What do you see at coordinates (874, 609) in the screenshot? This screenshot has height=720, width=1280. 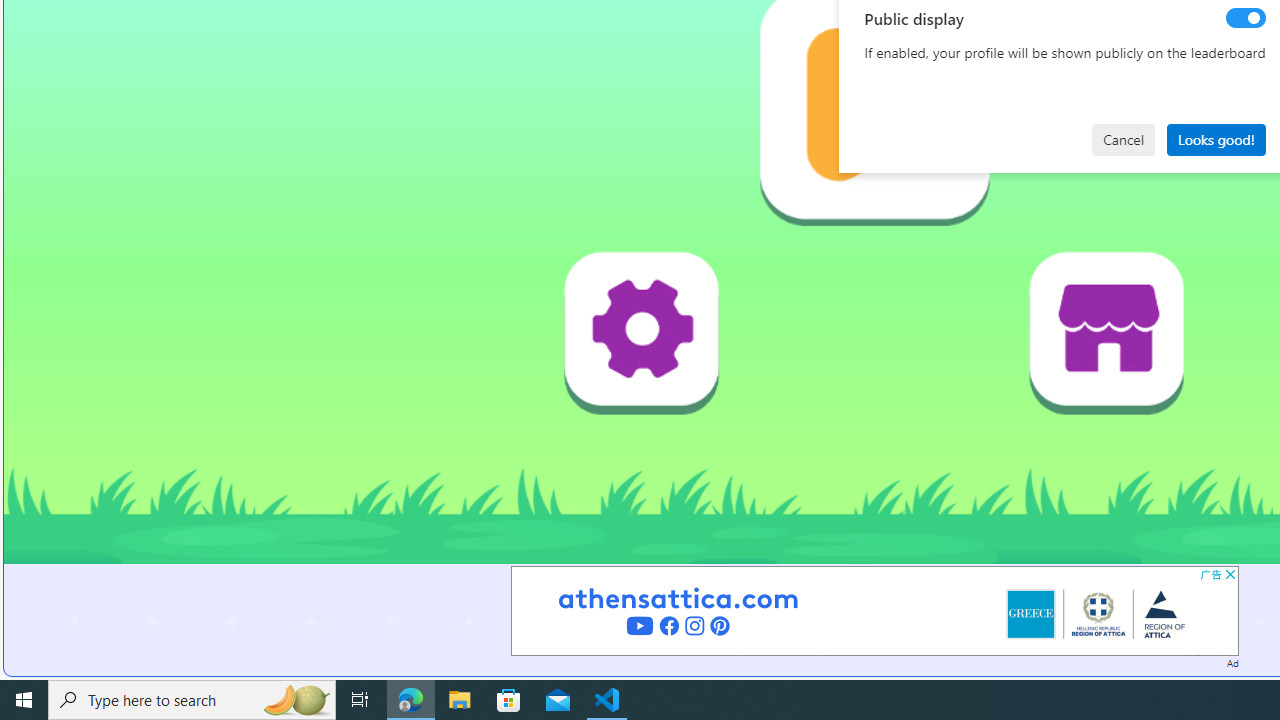 I see `'Advertisement'` at bounding box center [874, 609].